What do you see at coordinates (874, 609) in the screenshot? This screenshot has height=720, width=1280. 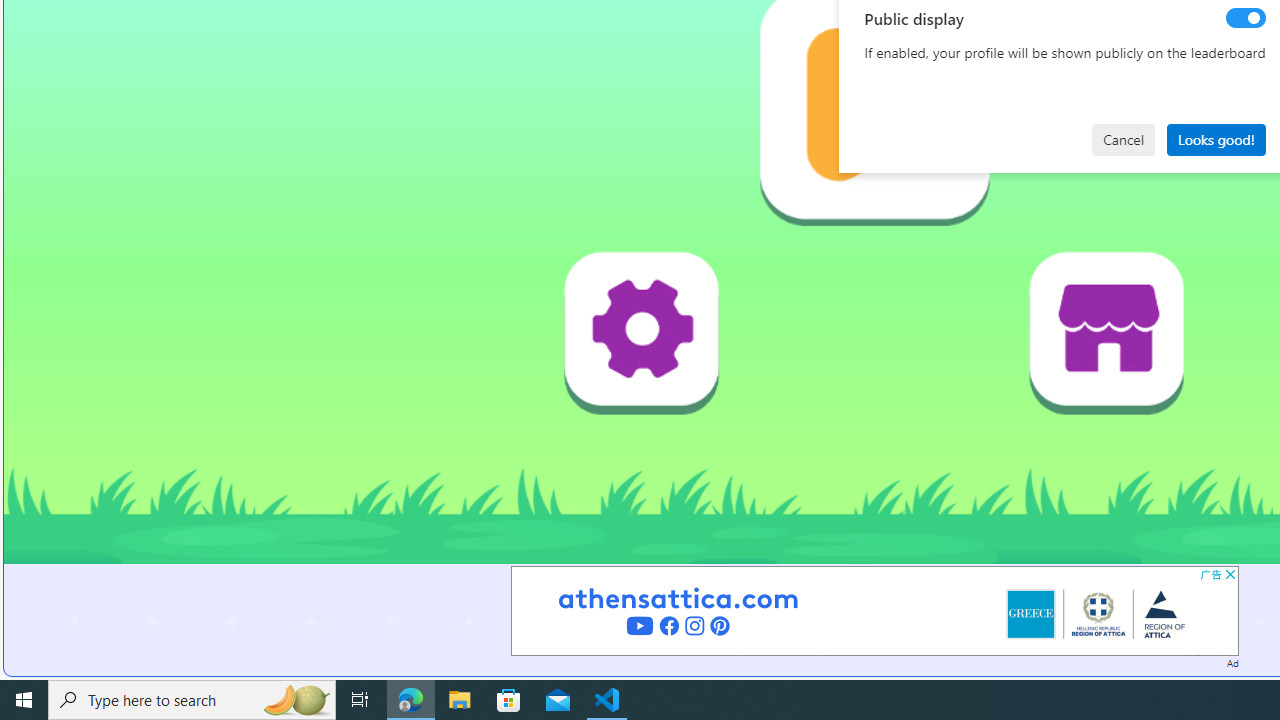 I see `'Advertisement'` at bounding box center [874, 609].